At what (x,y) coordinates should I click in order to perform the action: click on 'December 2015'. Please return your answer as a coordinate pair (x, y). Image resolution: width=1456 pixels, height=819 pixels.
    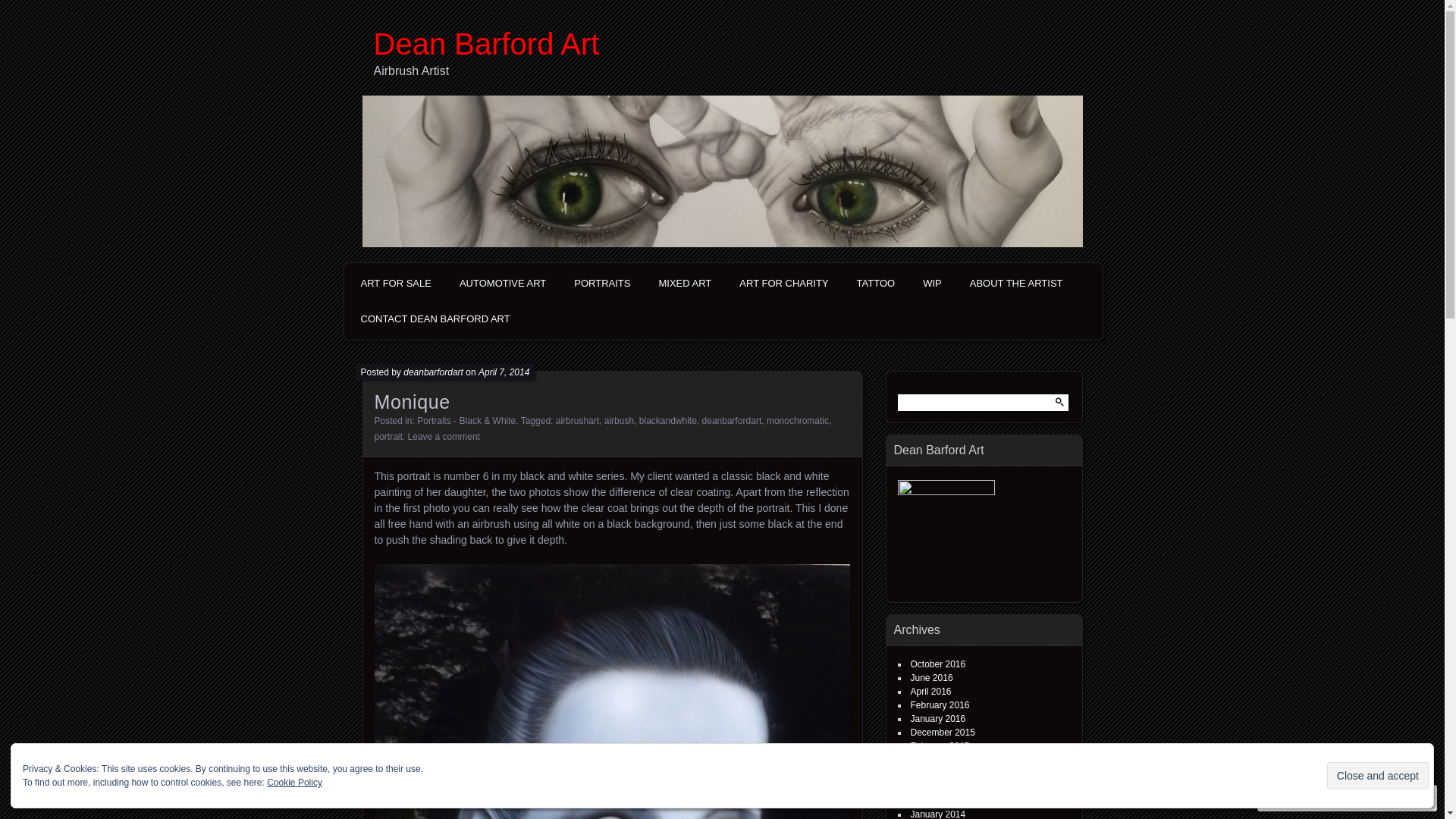
    Looking at the image, I should click on (941, 731).